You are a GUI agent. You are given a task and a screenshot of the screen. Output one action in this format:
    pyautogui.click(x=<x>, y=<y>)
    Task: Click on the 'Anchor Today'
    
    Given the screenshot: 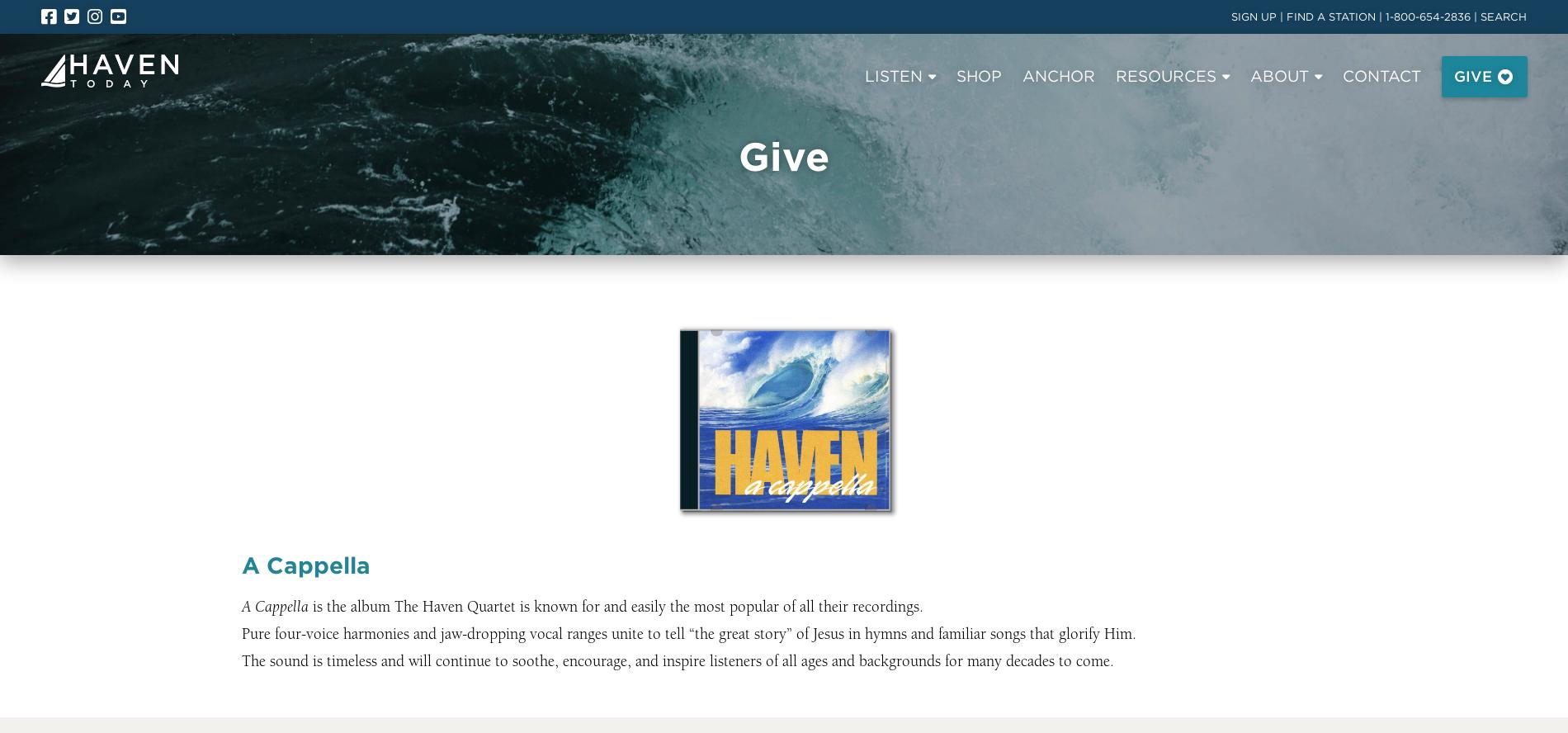 What is the action you would take?
    pyautogui.click(x=285, y=273)
    